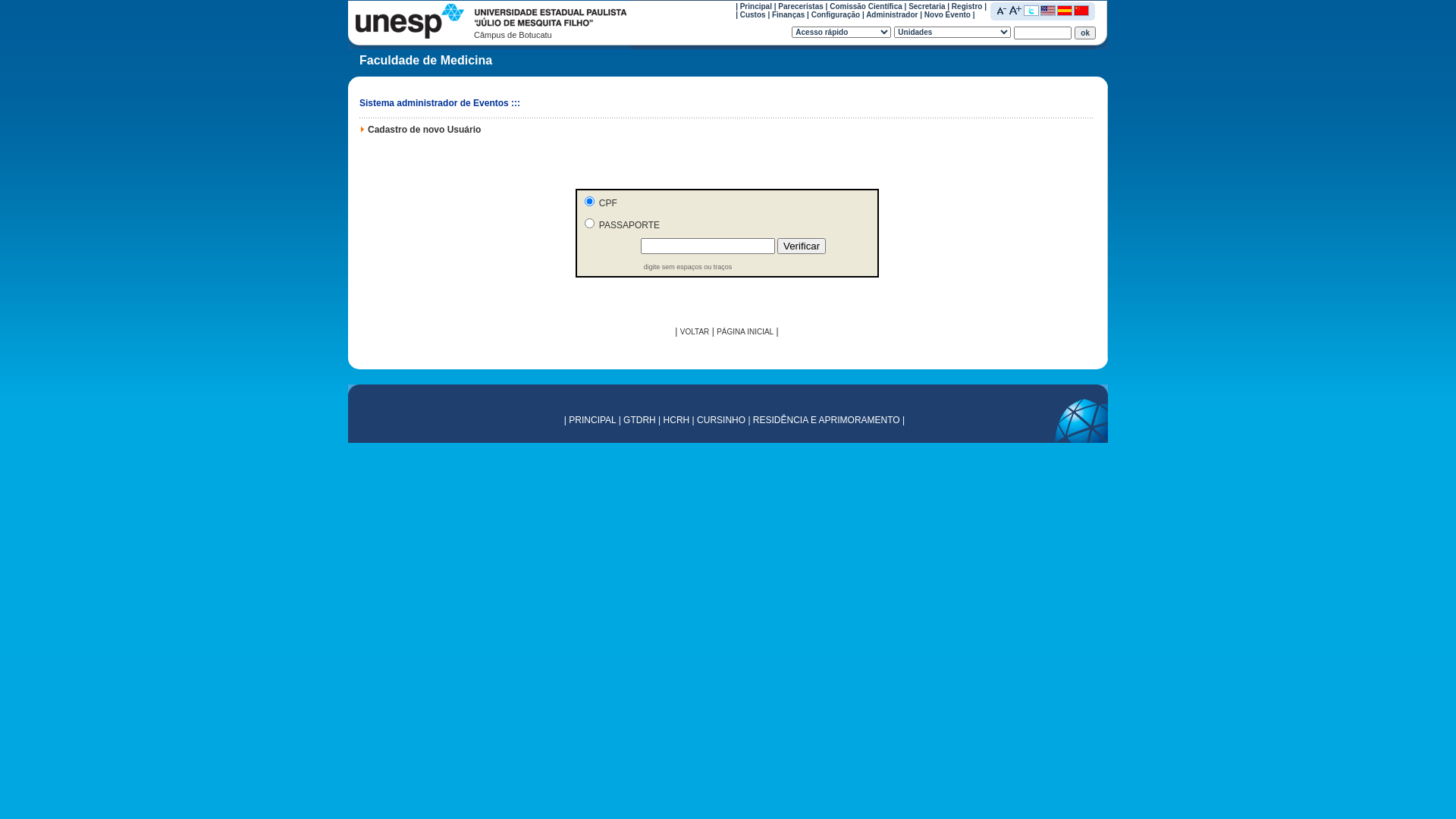 Image resolution: width=1456 pixels, height=819 pixels. What do you see at coordinates (1015, 9) in the screenshot?
I see `'aumentar fonte'` at bounding box center [1015, 9].